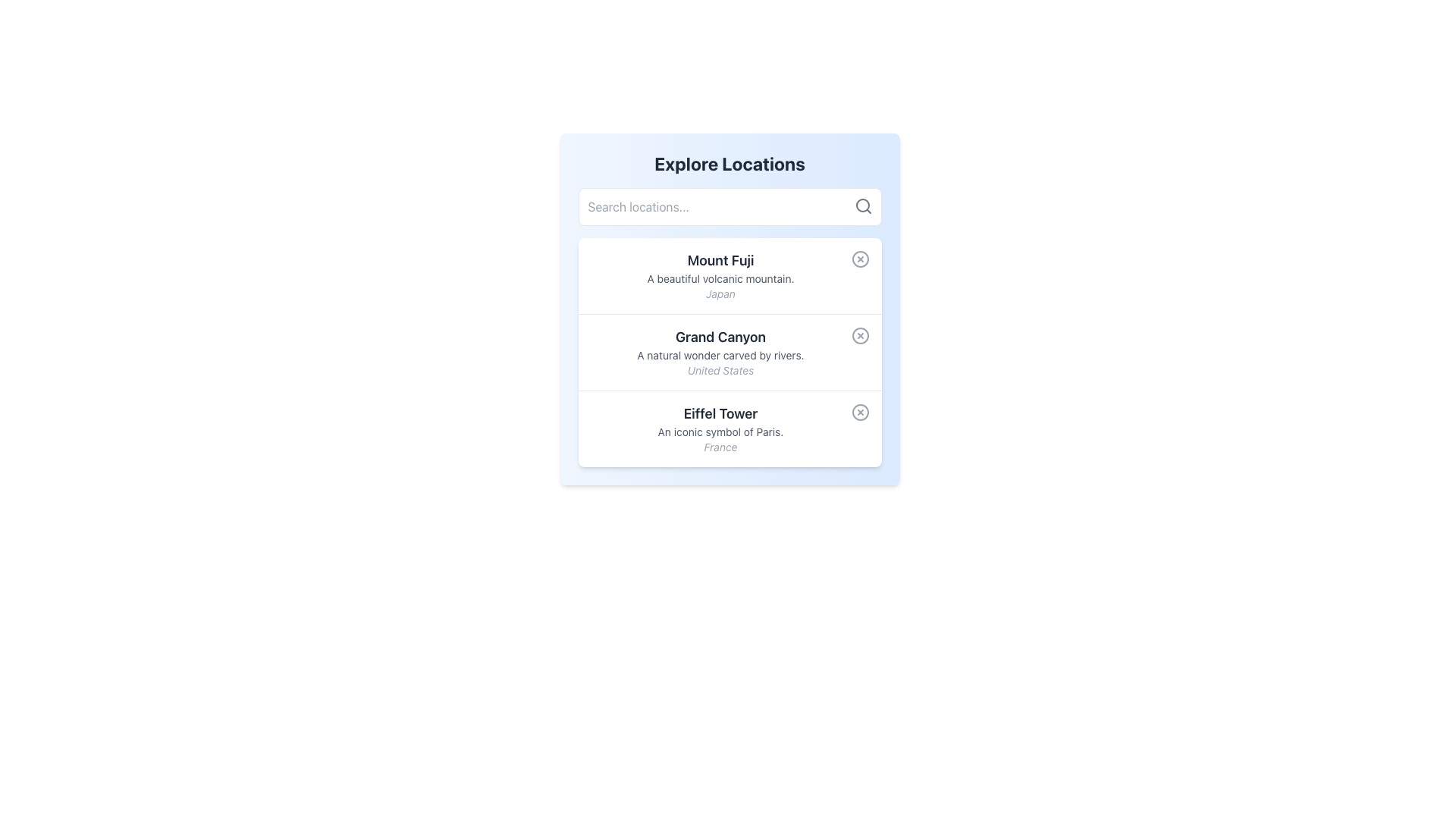 The width and height of the screenshot is (1456, 819). I want to click on the List item displaying 'Mount Fuji', which includes a bold title, a descriptive line, and a location in gray text, so click(720, 275).